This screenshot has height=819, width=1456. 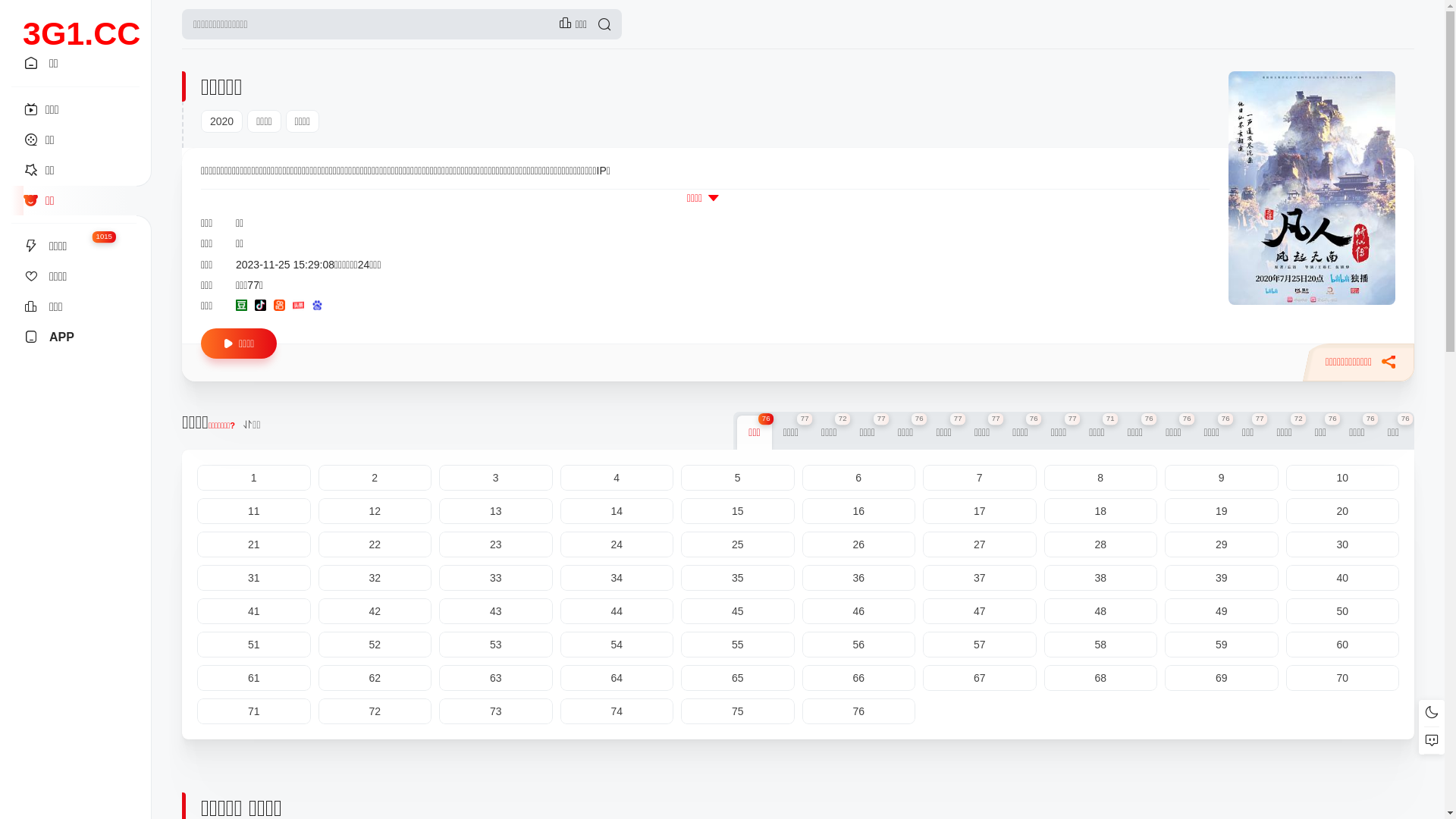 What do you see at coordinates (922, 677) in the screenshot?
I see `'67'` at bounding box center [922, 677].